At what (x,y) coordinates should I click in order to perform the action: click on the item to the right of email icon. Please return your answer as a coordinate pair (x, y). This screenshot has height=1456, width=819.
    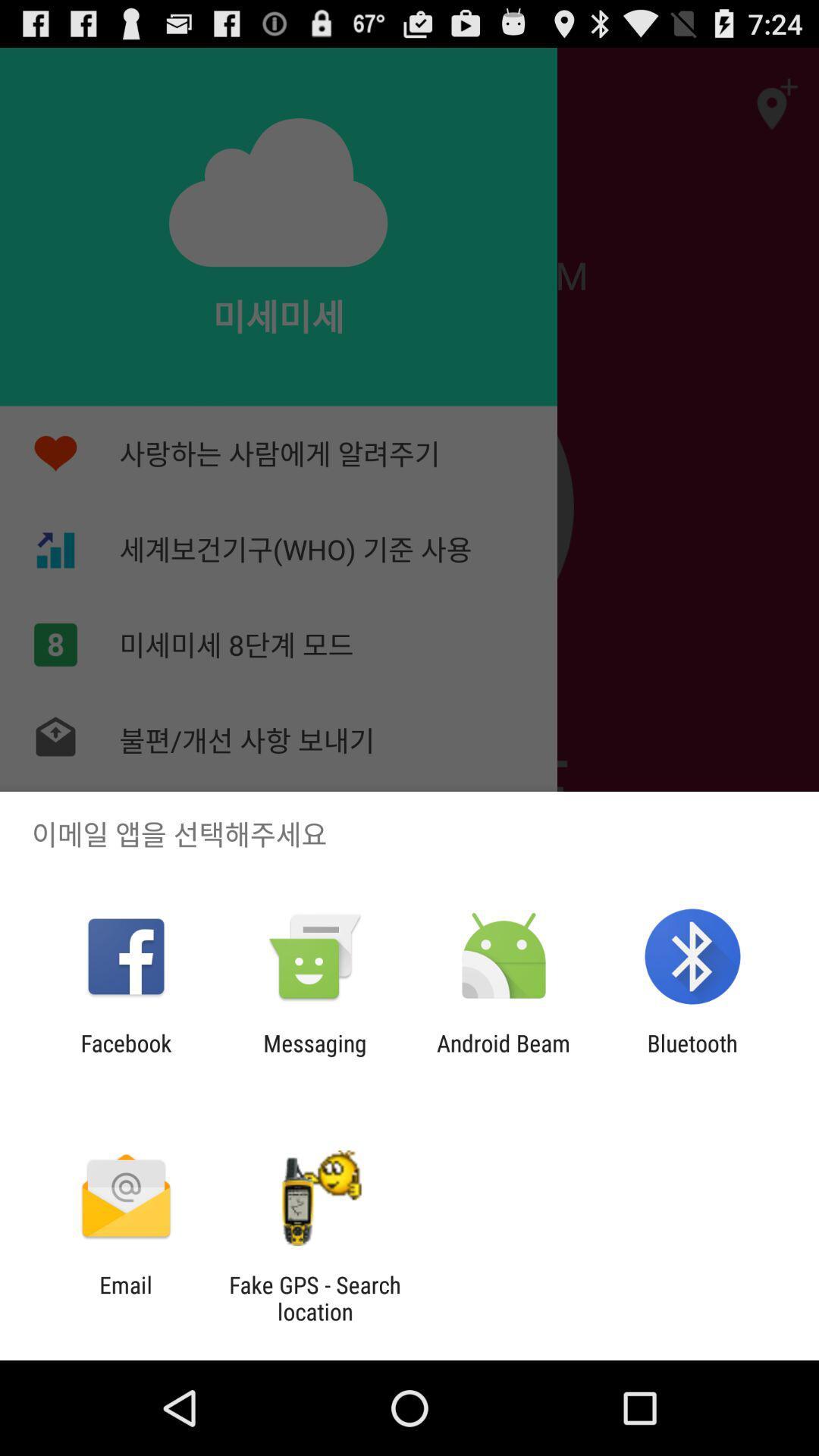
    Looking at the image, I should click on (314, 1298).